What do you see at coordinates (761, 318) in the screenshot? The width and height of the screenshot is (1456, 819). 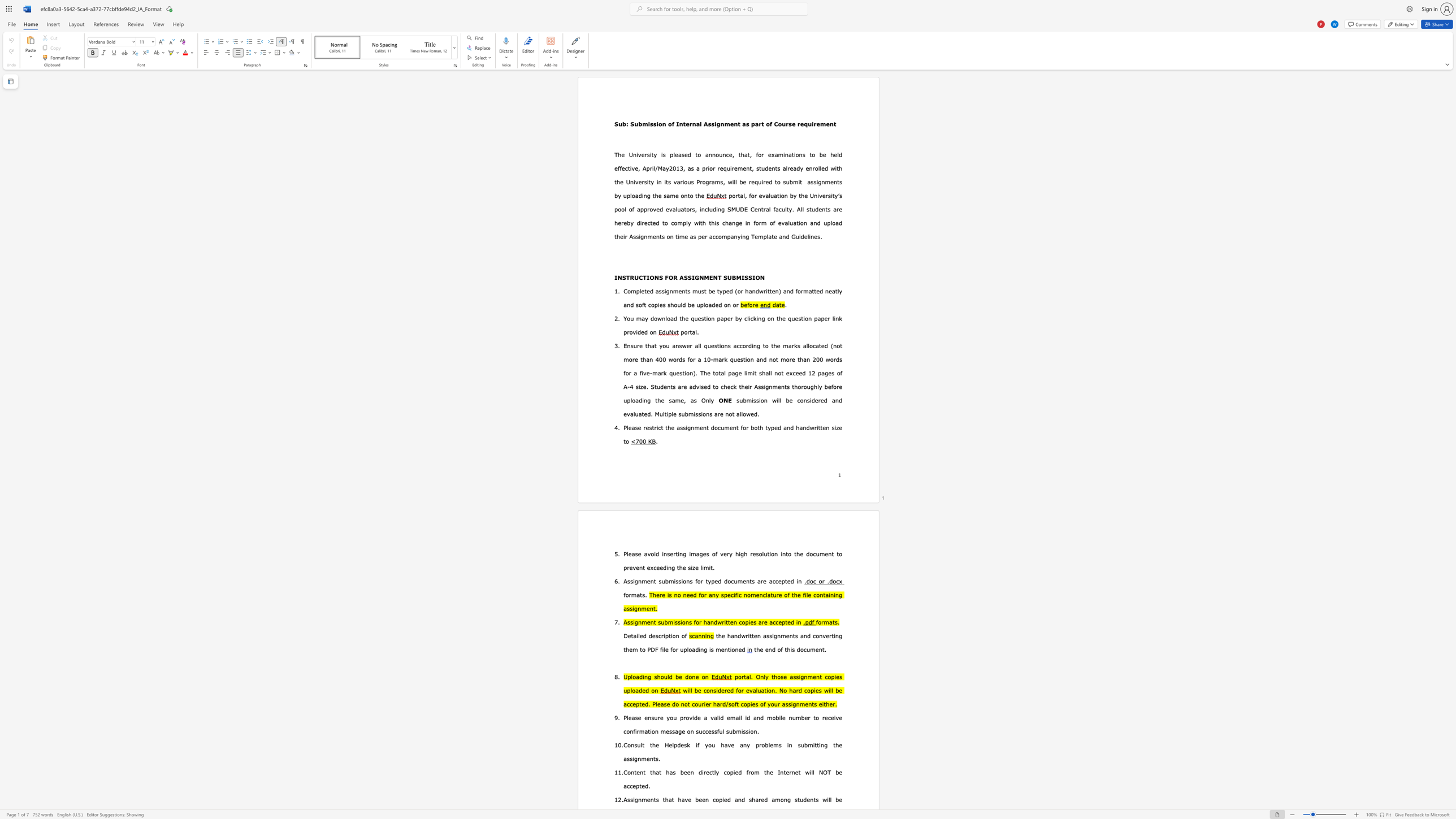 I see `the subset text "g on the question paper l" within the text "You may download the question paper by clicking on the question paper link provided on"` at bounding box center [761, 318].